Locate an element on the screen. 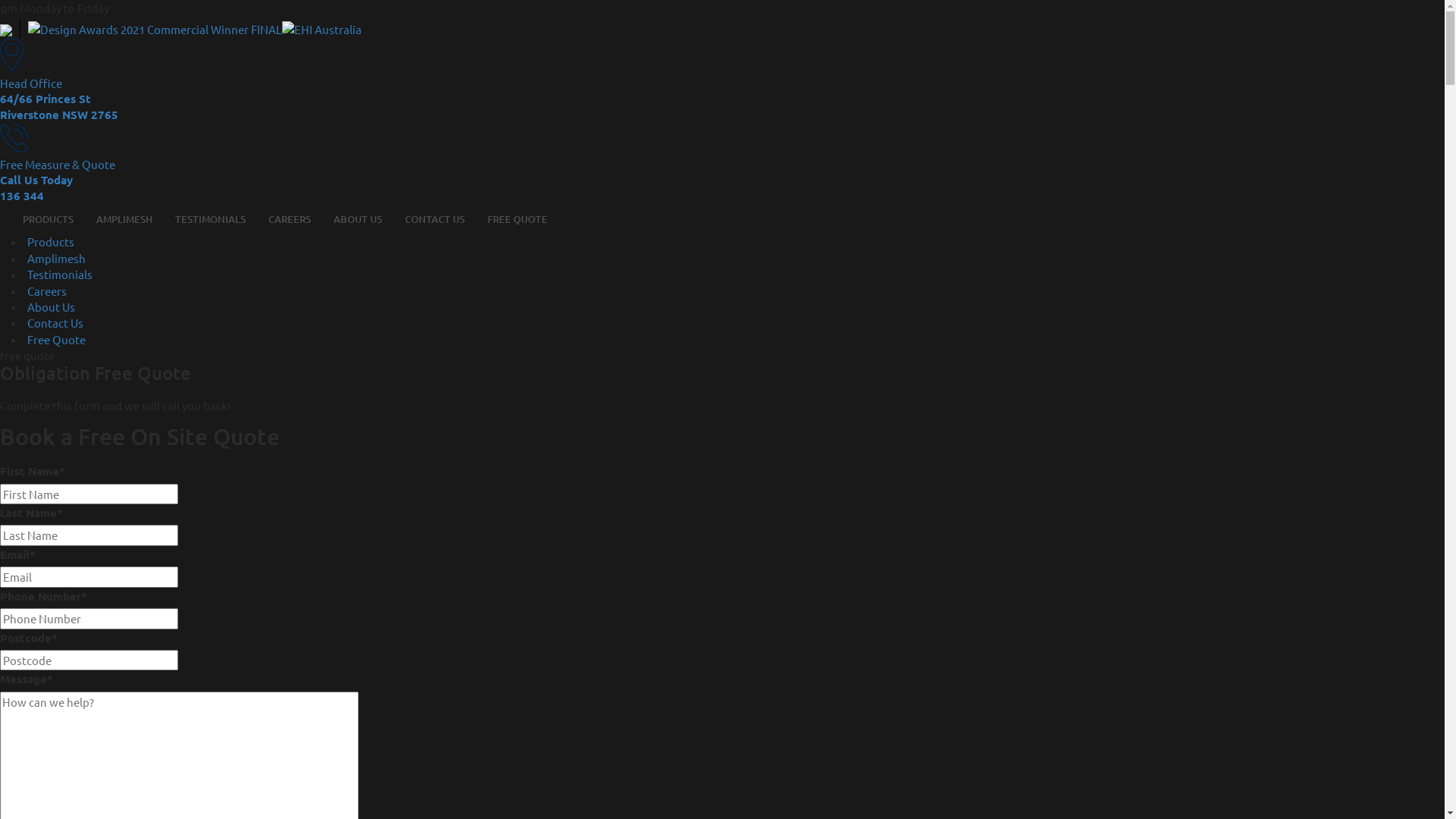 Image resolution: width=1456 pixels, height=819 pixels. 'CAREERS' is located at coordinates (290, 219).